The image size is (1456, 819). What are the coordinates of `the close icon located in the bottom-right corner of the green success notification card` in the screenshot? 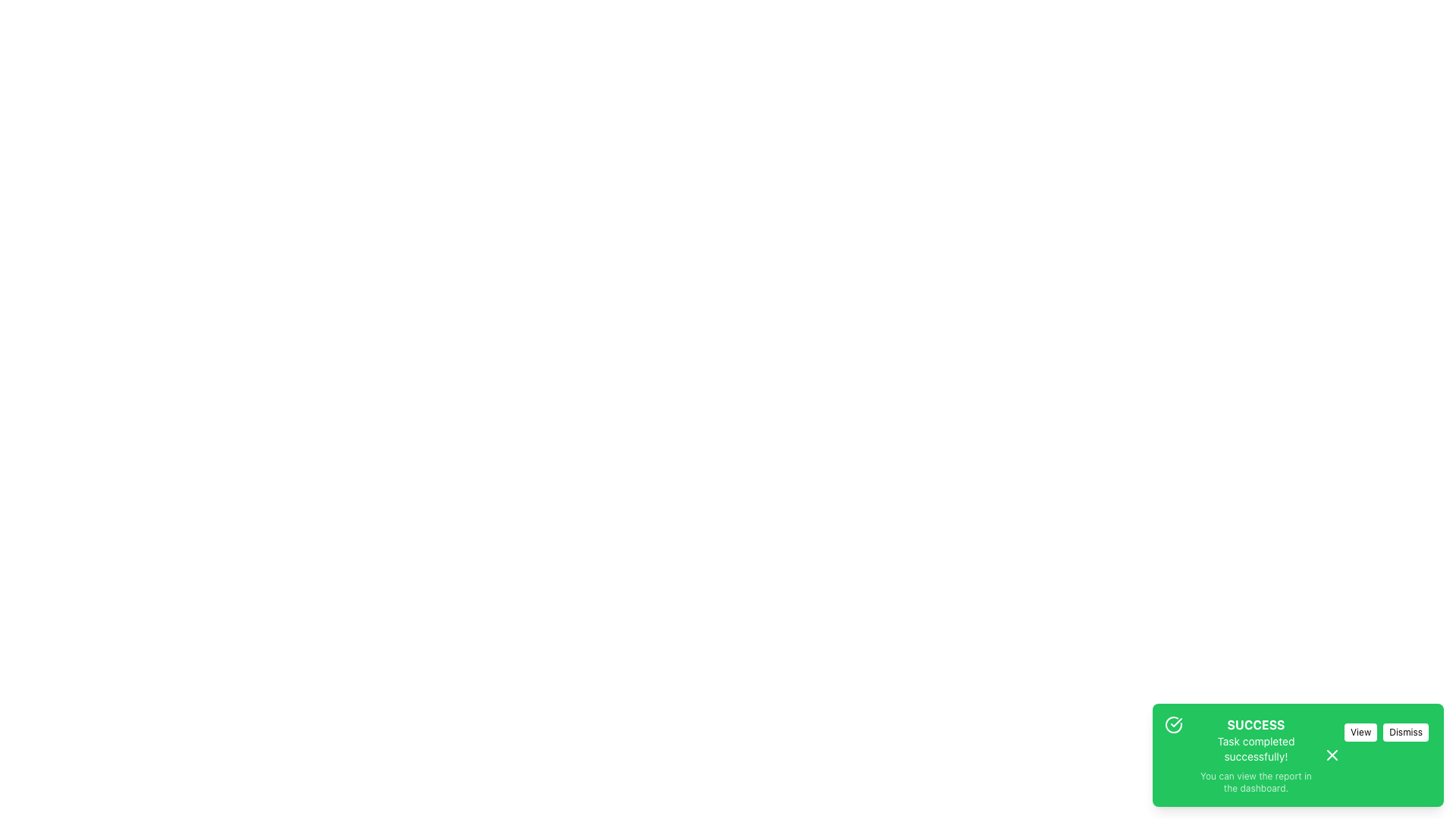 It's located at (1331, 755).